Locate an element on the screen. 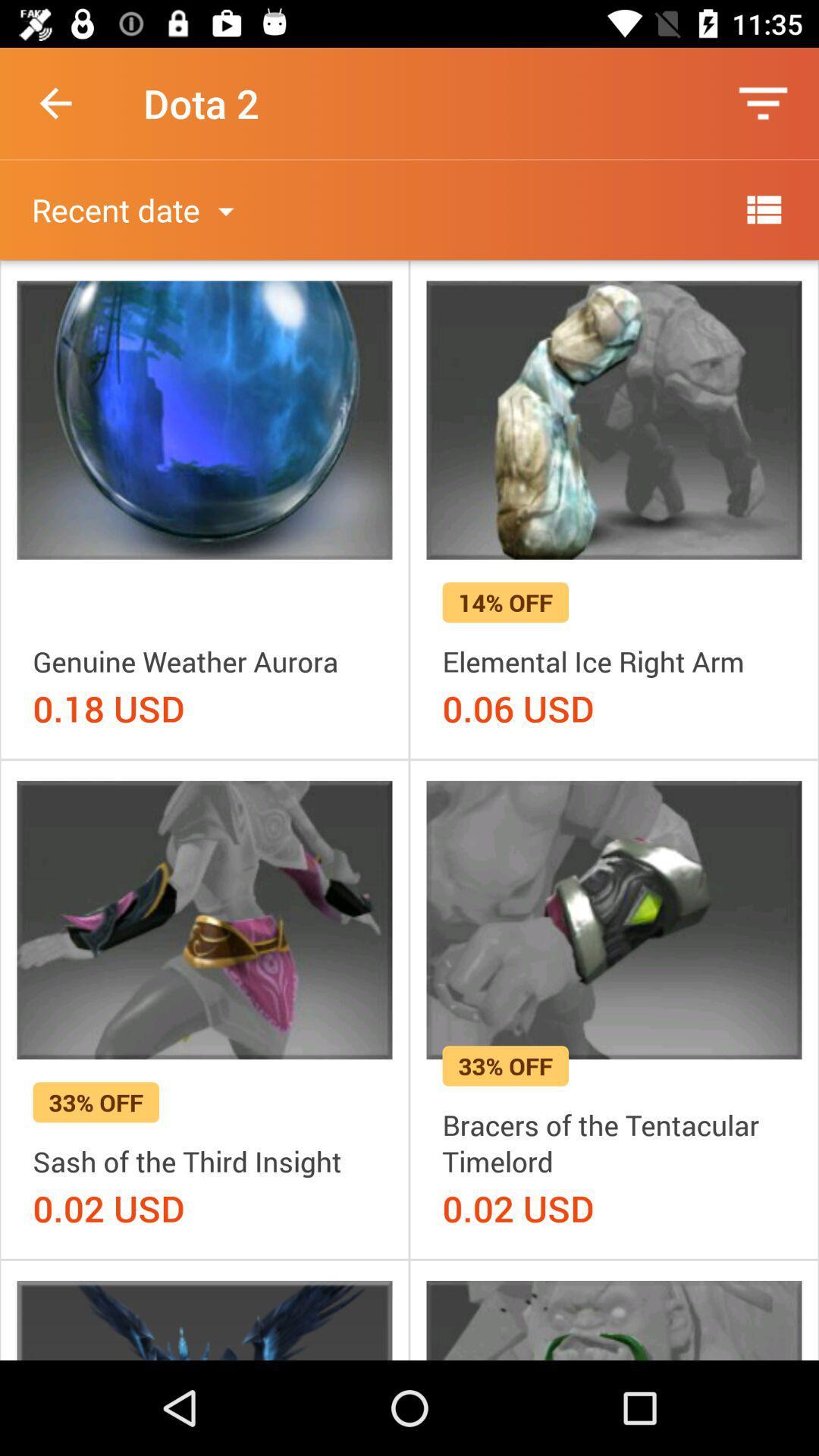 This screenshot has width=819, height=1456. organize options in list is located at coordinates (763, 209).